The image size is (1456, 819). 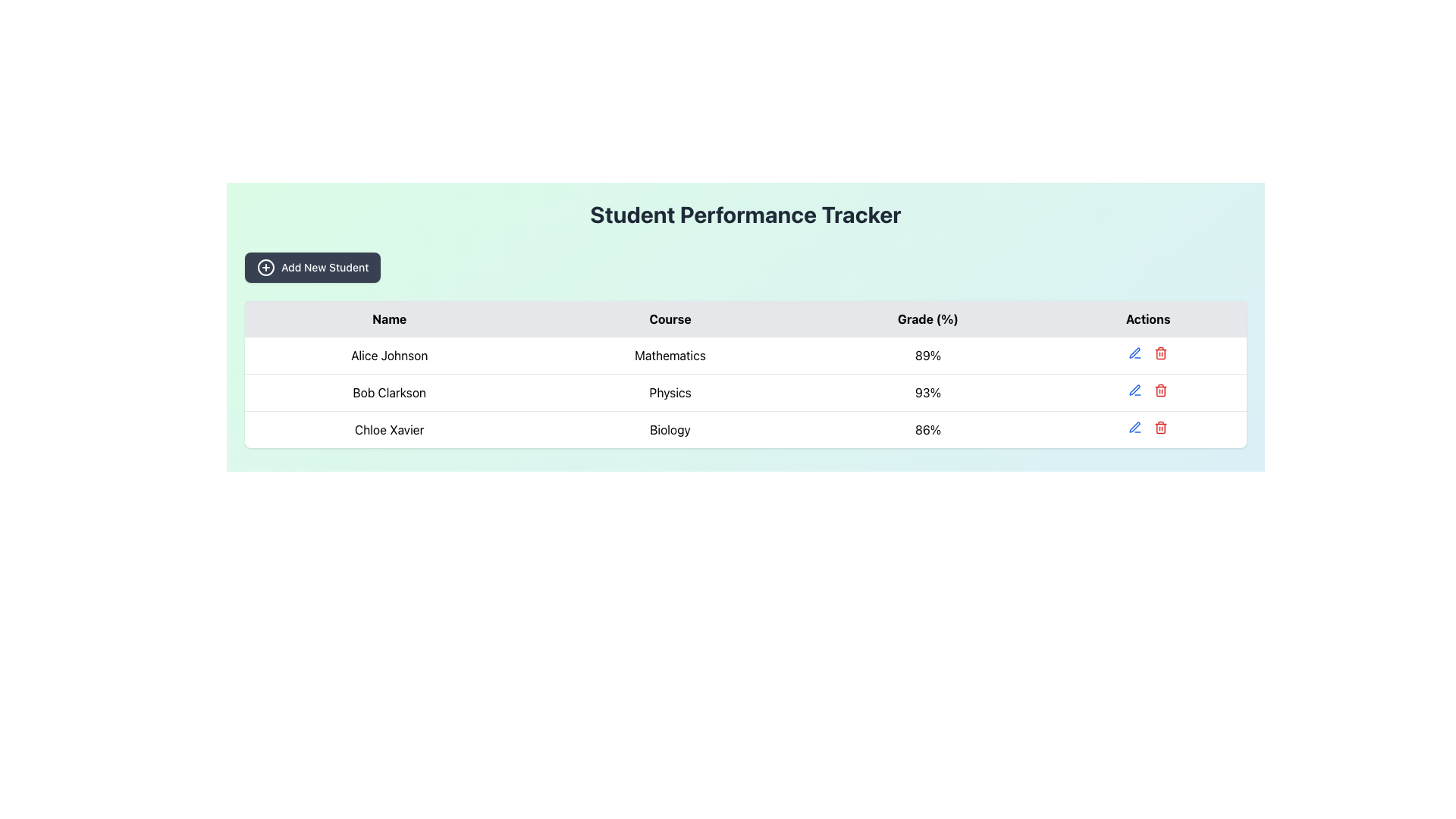 I want to click on the text label displaying '93%' that is centrally aligned in the third column of the second row of the table, adjacent to 'Physics' and part of the row labeled with 'Bob Clarkson', so click(x=927, y=391).